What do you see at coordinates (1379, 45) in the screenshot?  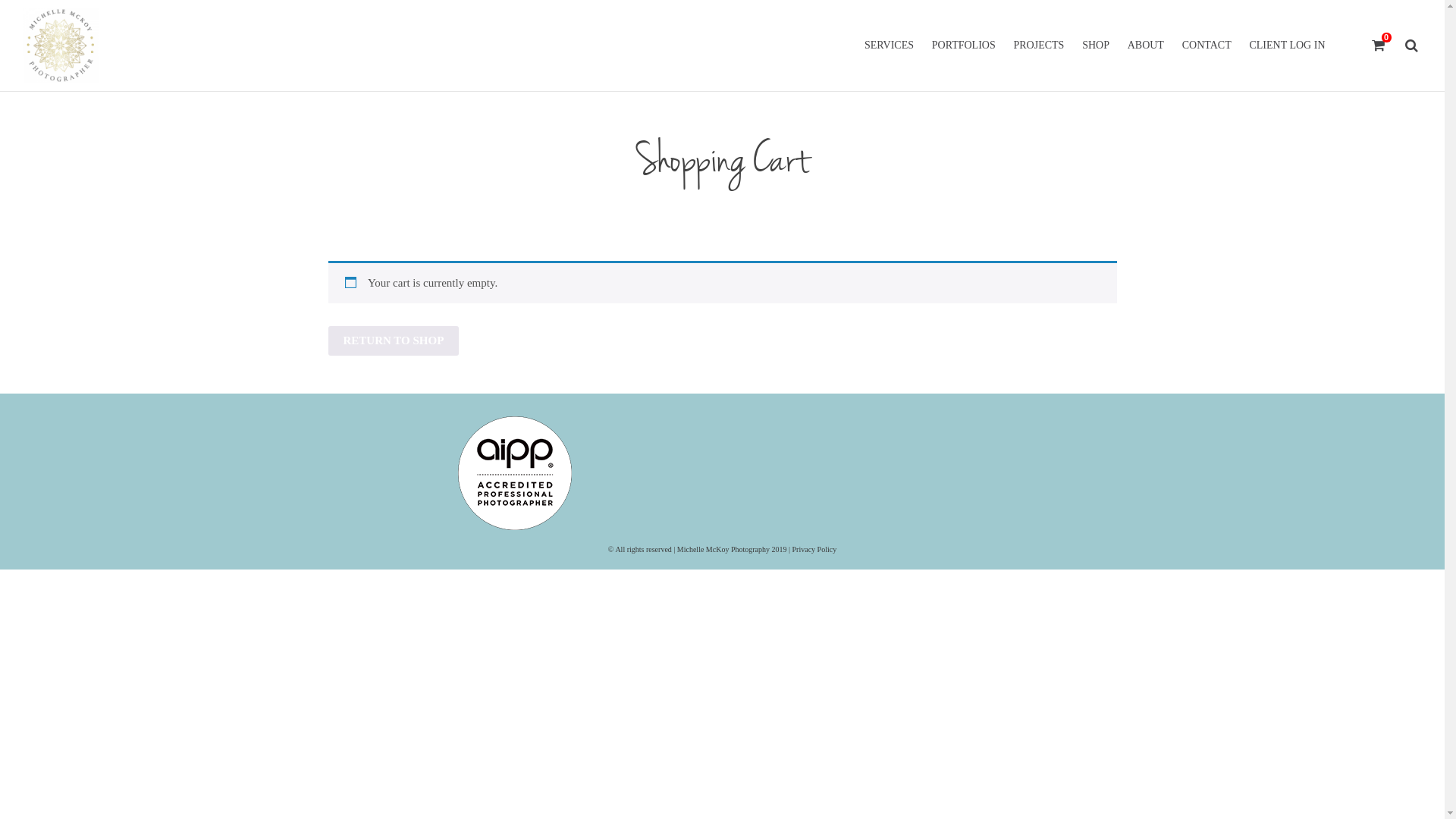 I see `'0'` at bounding box center [1379, 45].